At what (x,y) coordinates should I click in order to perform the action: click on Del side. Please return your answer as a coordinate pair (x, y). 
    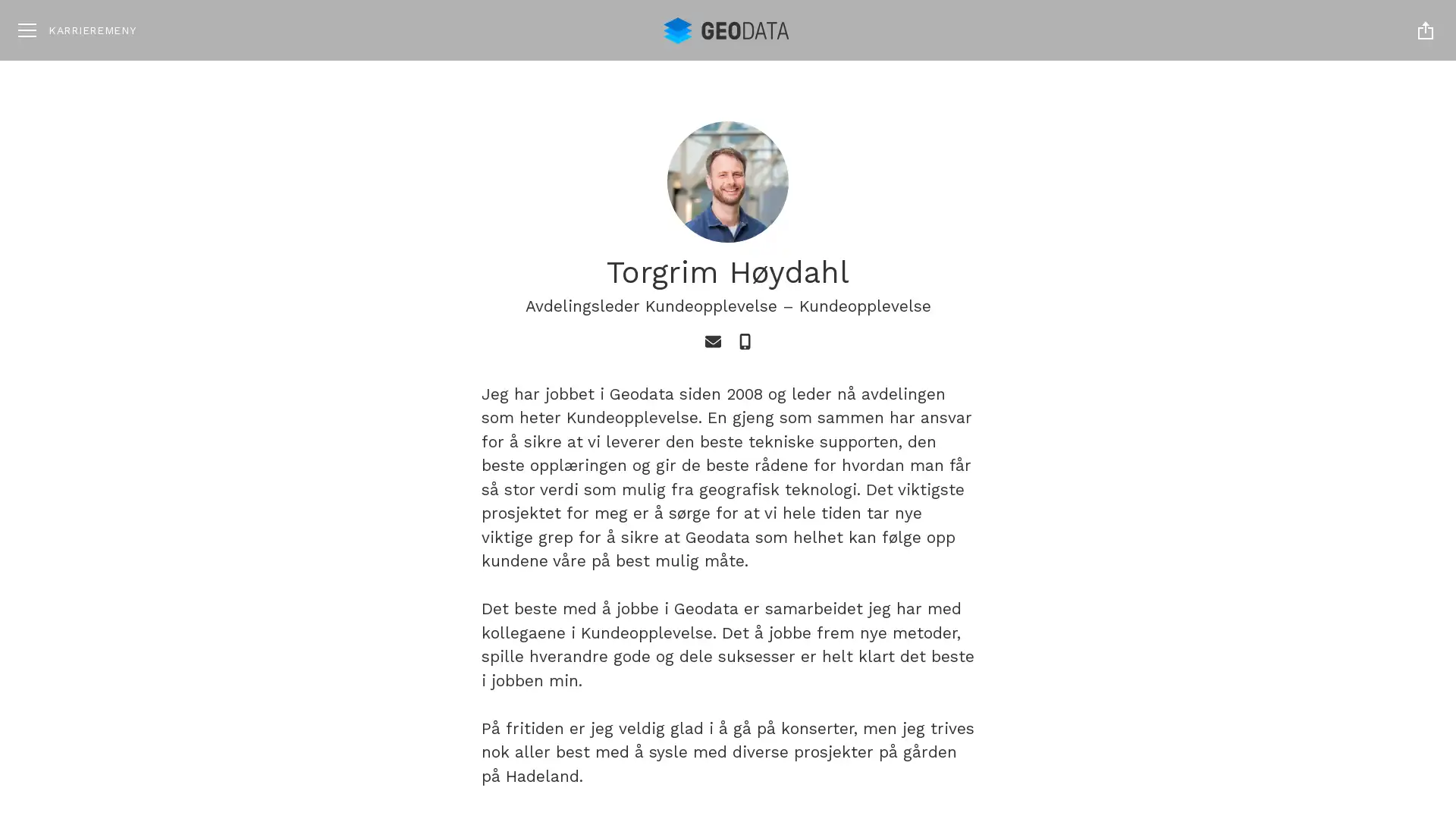
    Looking at the image, I should click on (1425, 30).